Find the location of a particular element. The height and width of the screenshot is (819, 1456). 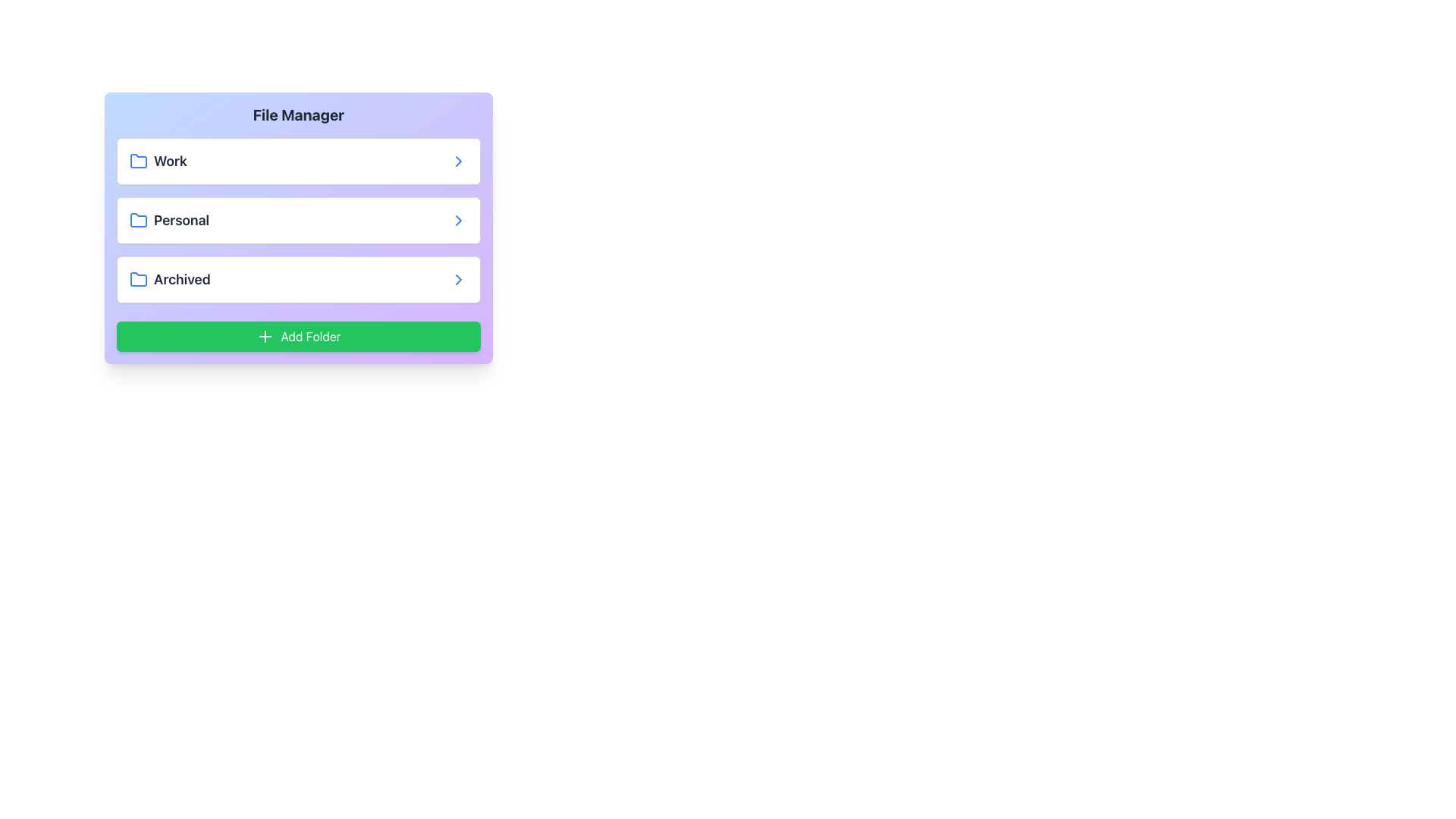

the navigation icon positioned to the right of the 'Personal' folder label is located at coordinates (457, 220).